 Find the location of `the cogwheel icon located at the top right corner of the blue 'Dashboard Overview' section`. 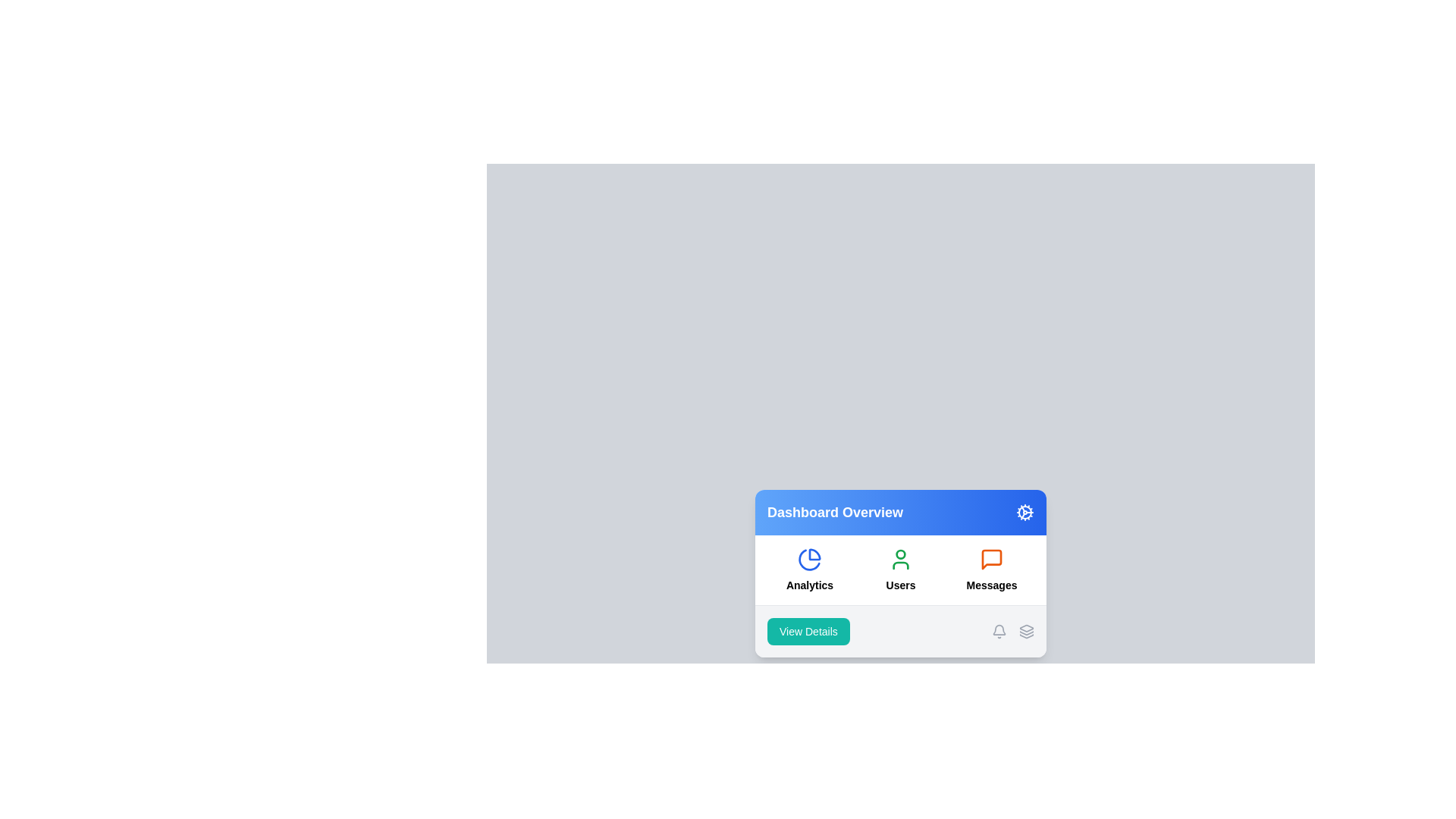

the cogwheel icon located at the top right corner of the blue 'Dashboard Overview' section is located at coordinates (1025, 512).